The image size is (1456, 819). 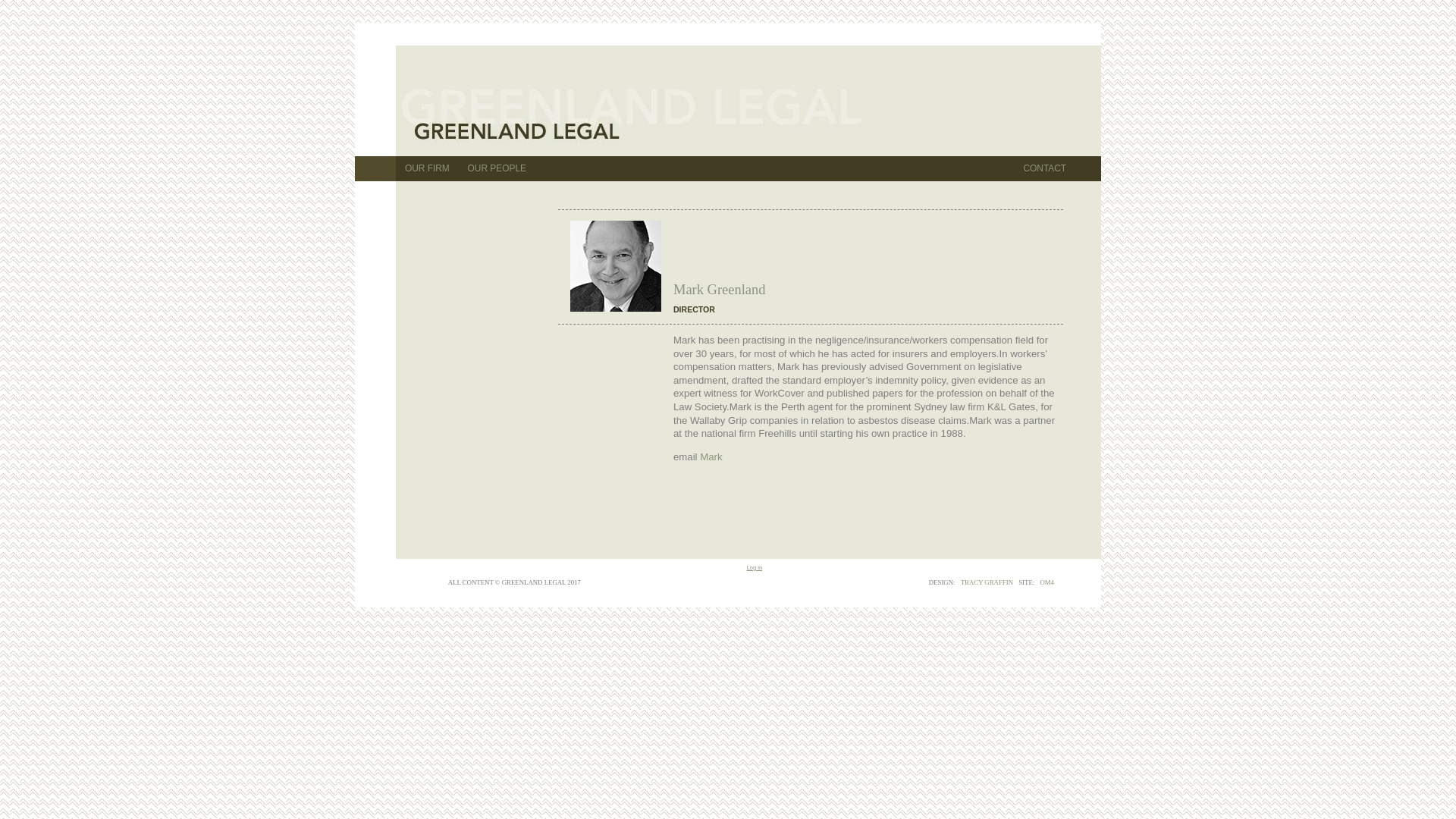 What do you see at coordinates (1046, 581) in the screenshot?
I see `'OM4'` at bounding box center [1046, 581].